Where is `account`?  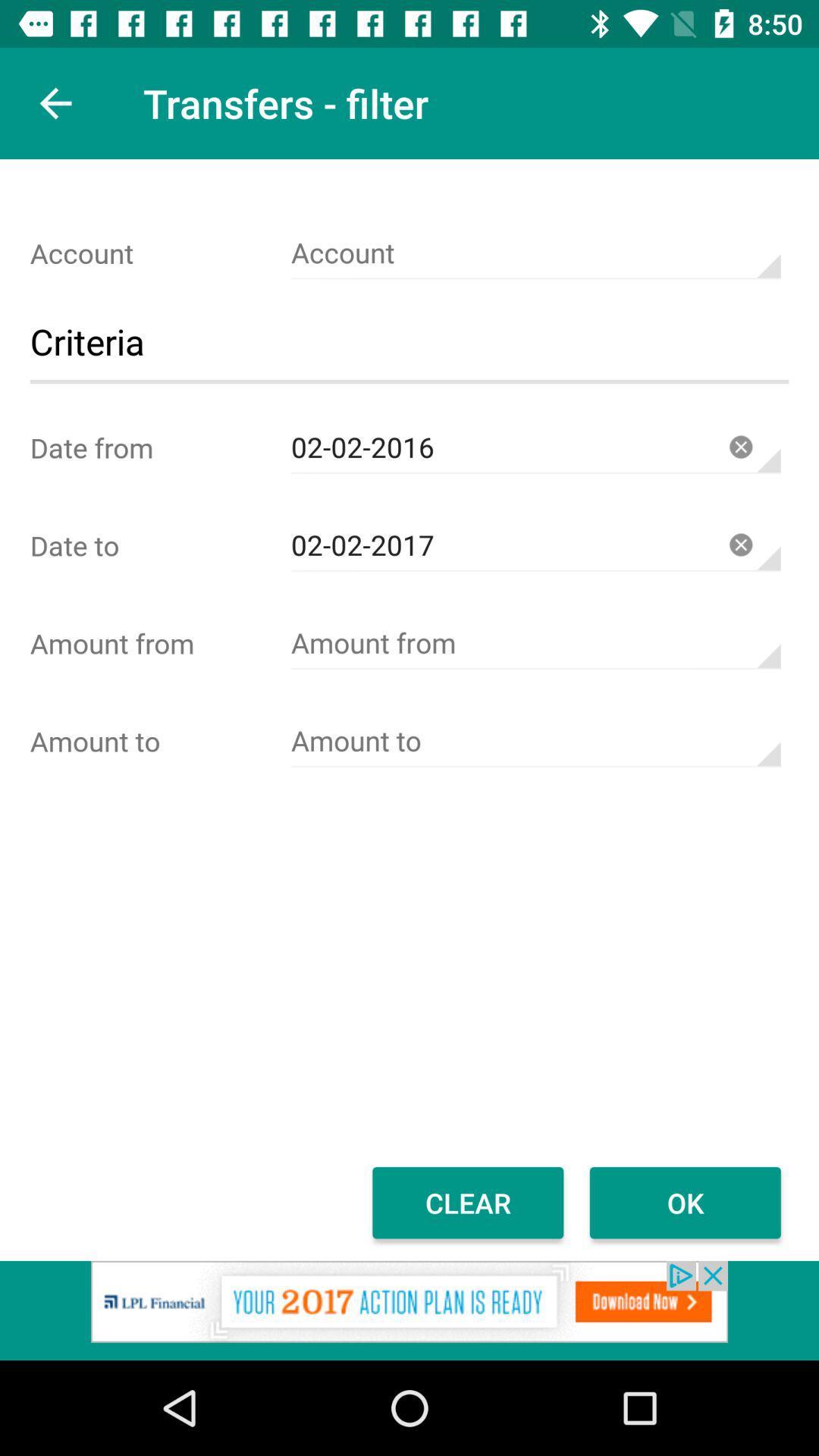
account is located at coordinates (535, 253).